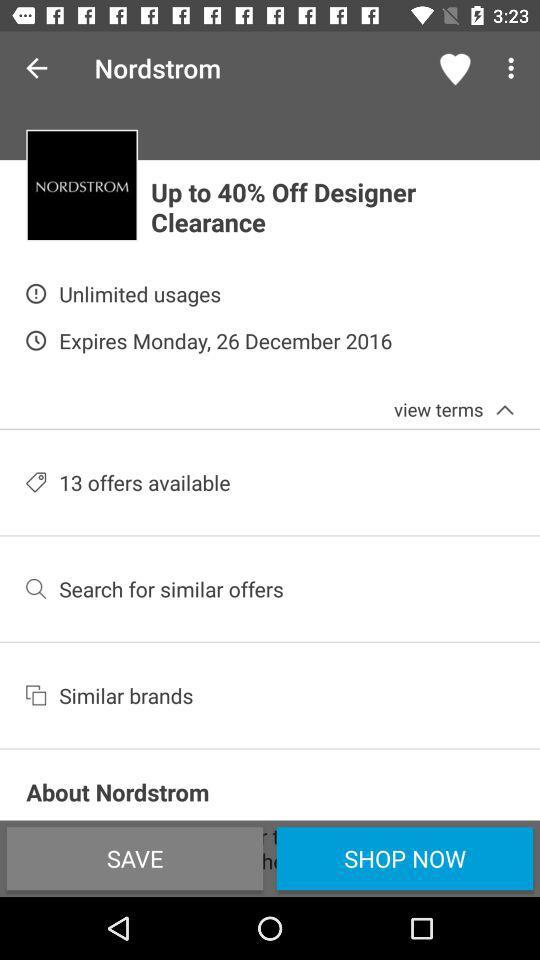  I want to click on the icon which is left to three dots, so click(456, 68).